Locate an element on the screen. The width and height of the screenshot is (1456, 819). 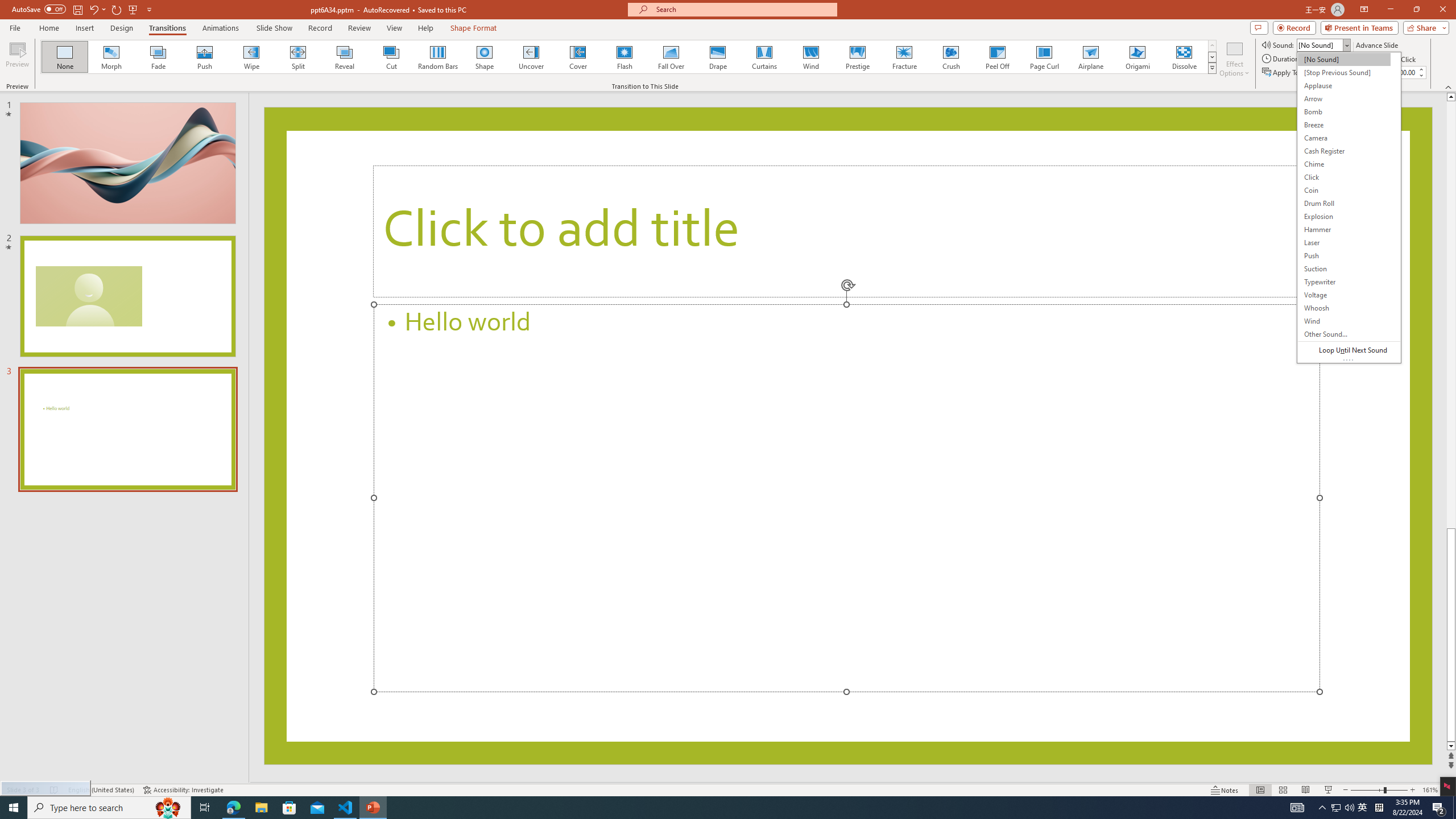
'Fall Over' is located at coordinates (671, 56).